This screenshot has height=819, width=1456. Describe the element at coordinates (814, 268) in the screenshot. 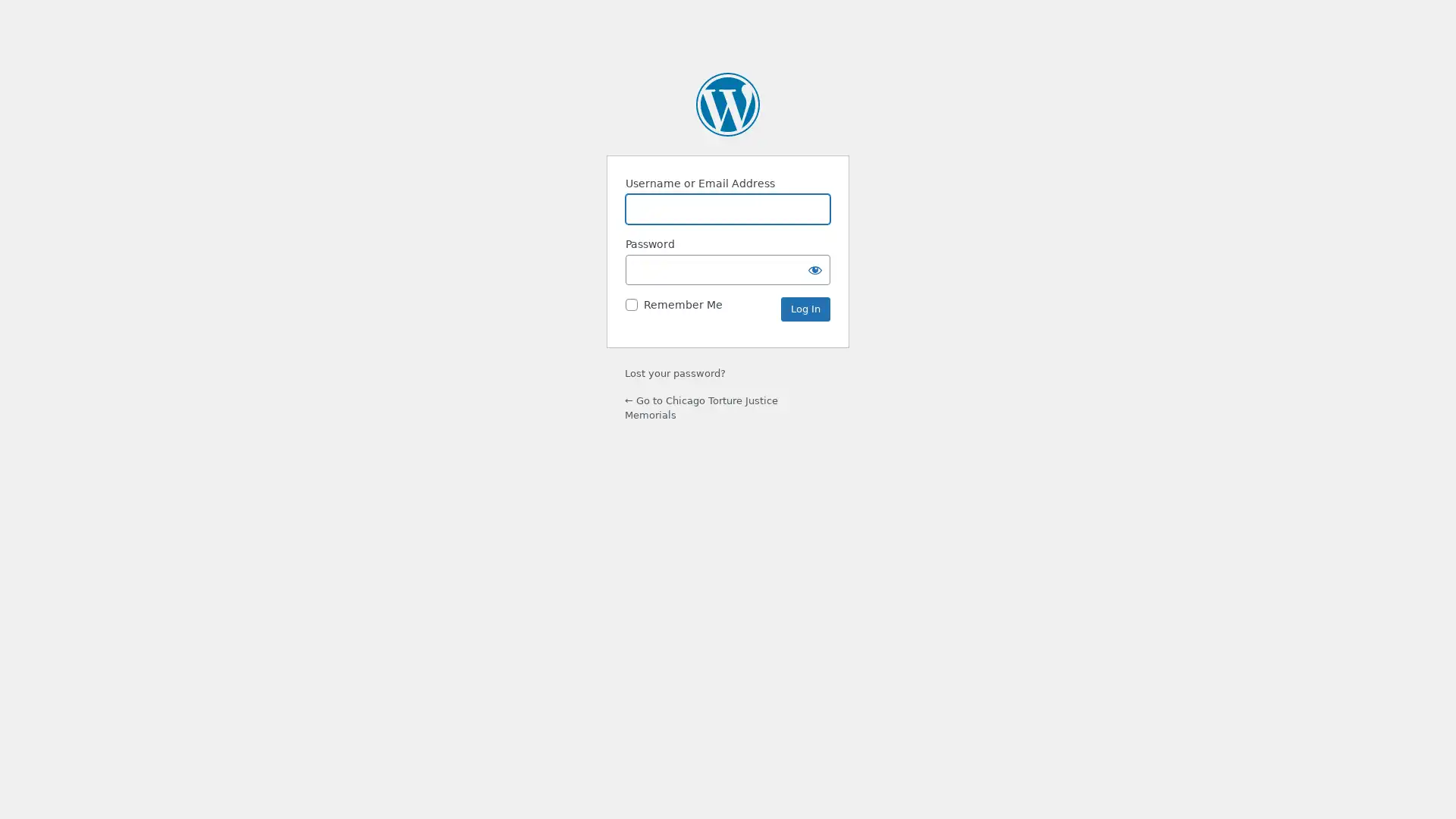

I see `Show password` at that location.